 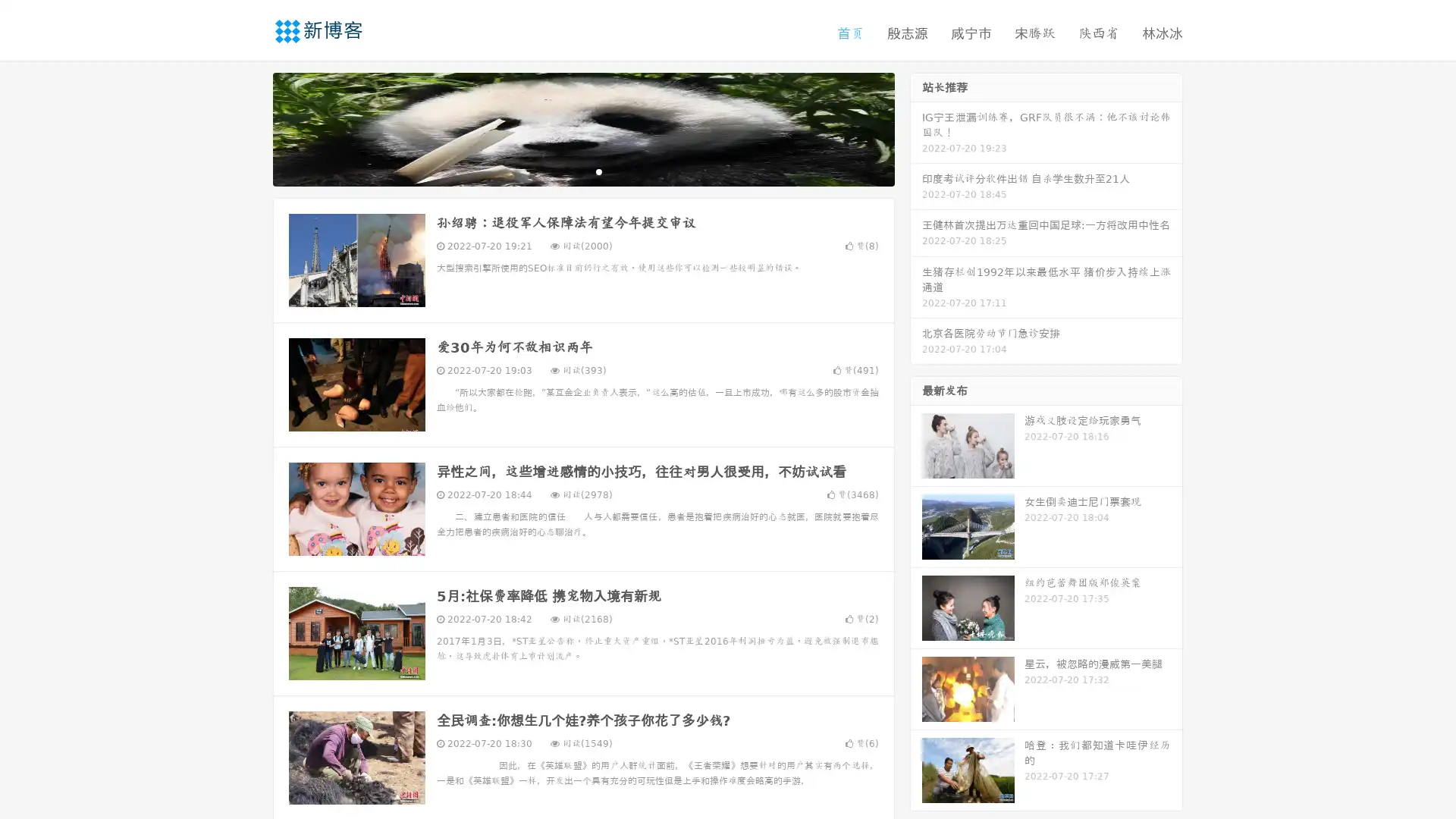 I want to click on Previous slide, so click(x=250, y=127).